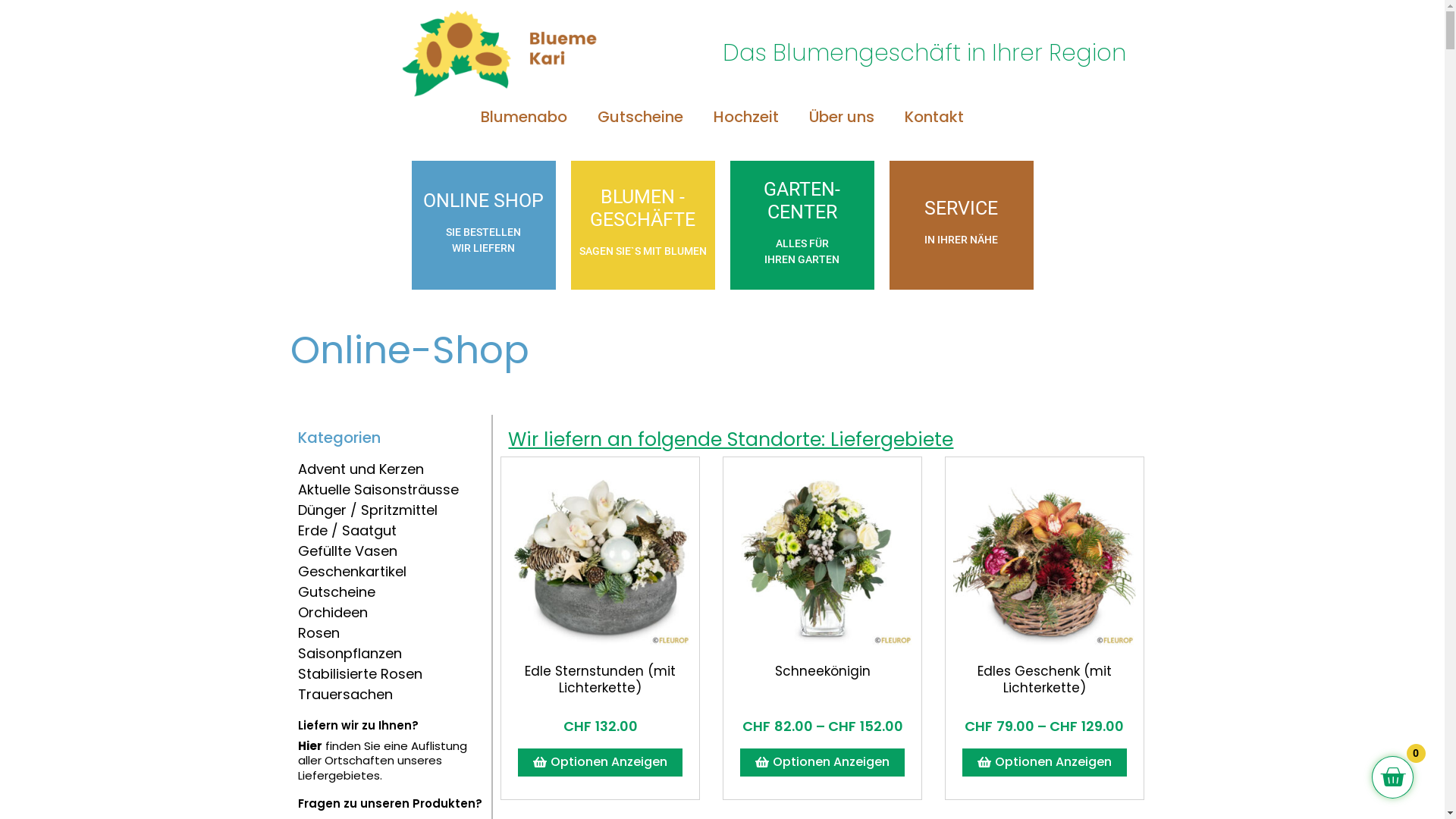  I want to click on 'Edle Sternstunden (mit Lichterkette)', so click(599, 677).